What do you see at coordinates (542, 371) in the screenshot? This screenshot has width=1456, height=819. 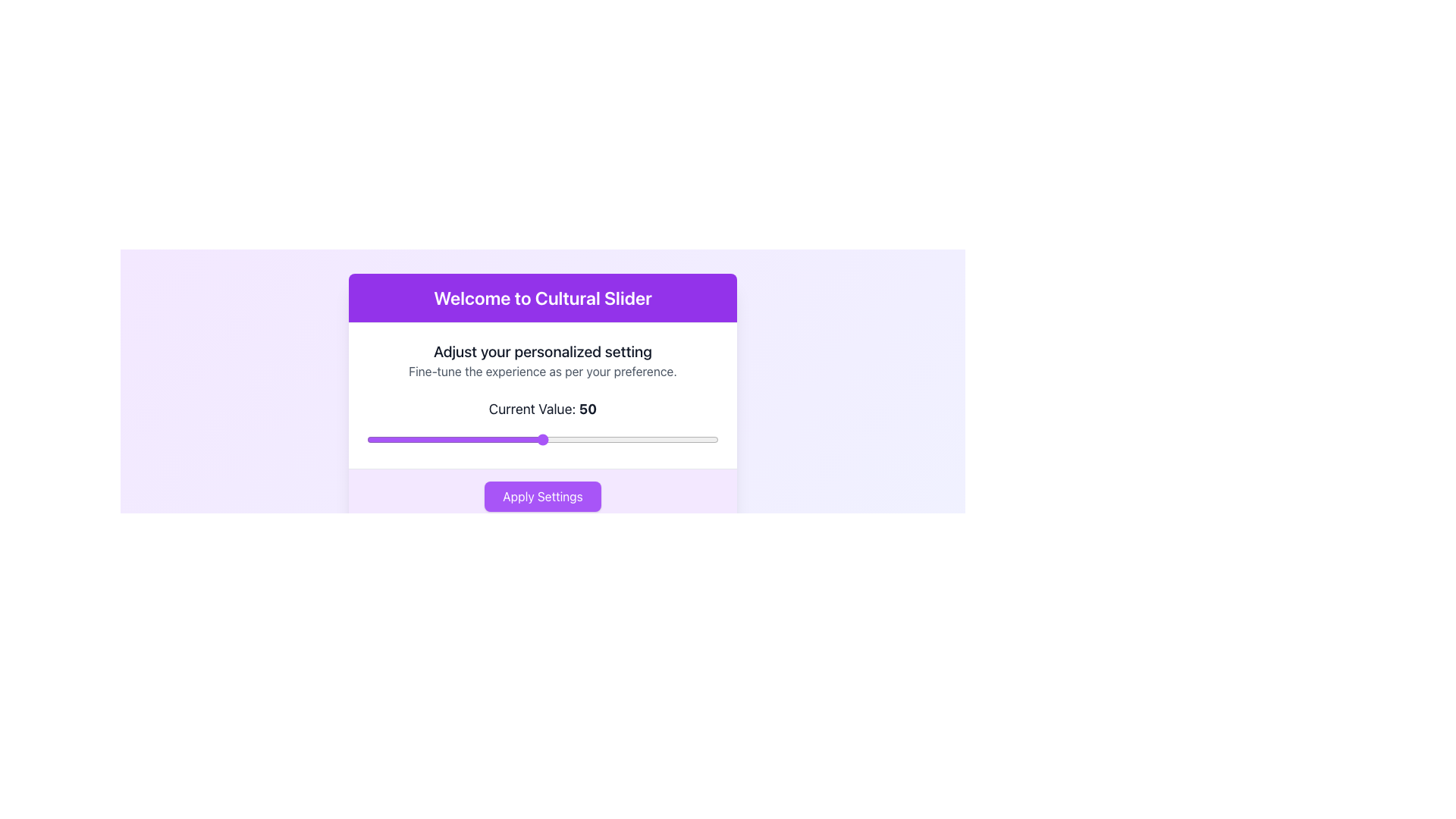 I see `the text block displaying 'Fine-tune the experience as per your preference.' which is located below 'Adjust your personalized setting'` at bounding box center [542, 371].